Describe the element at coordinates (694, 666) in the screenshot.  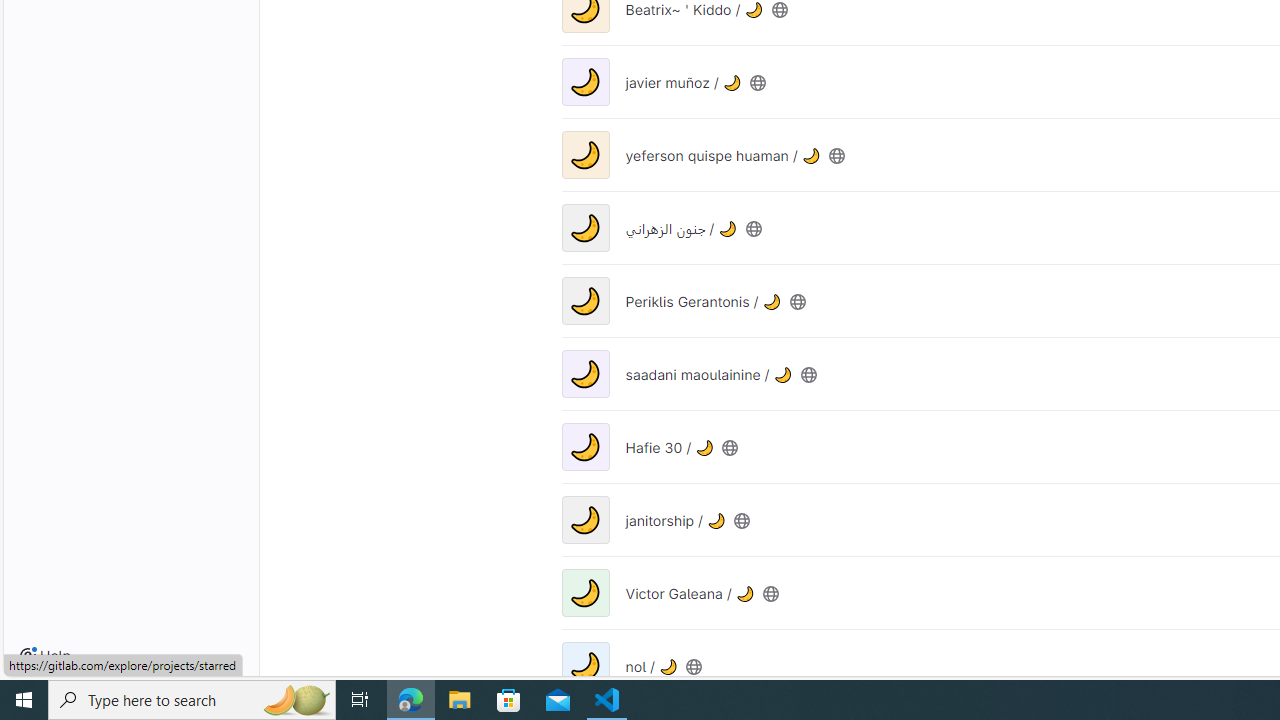
I see `'Class: s16'` at that location.